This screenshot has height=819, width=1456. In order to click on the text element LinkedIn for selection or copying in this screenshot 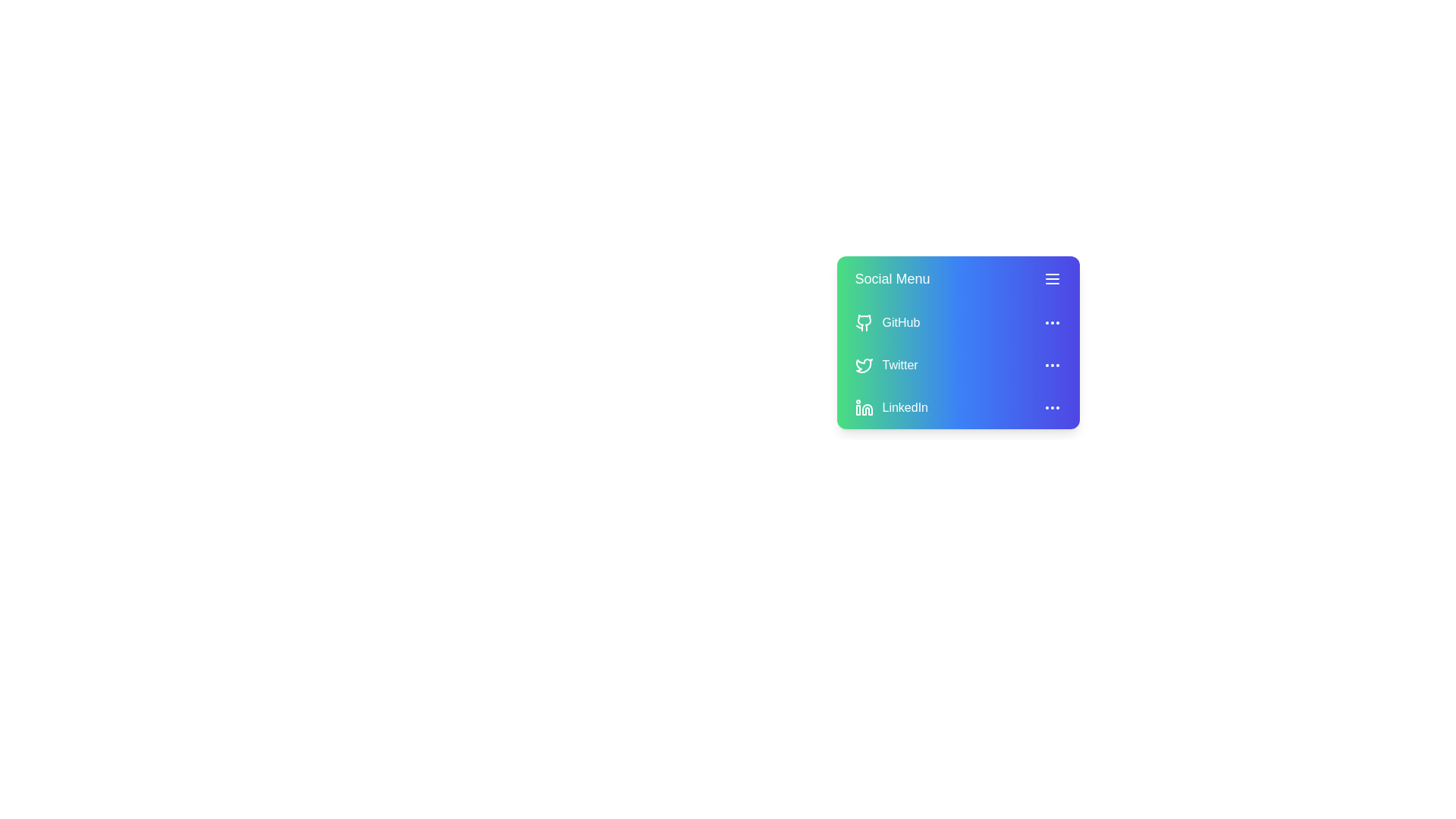, I will do `click(957, 406)`.